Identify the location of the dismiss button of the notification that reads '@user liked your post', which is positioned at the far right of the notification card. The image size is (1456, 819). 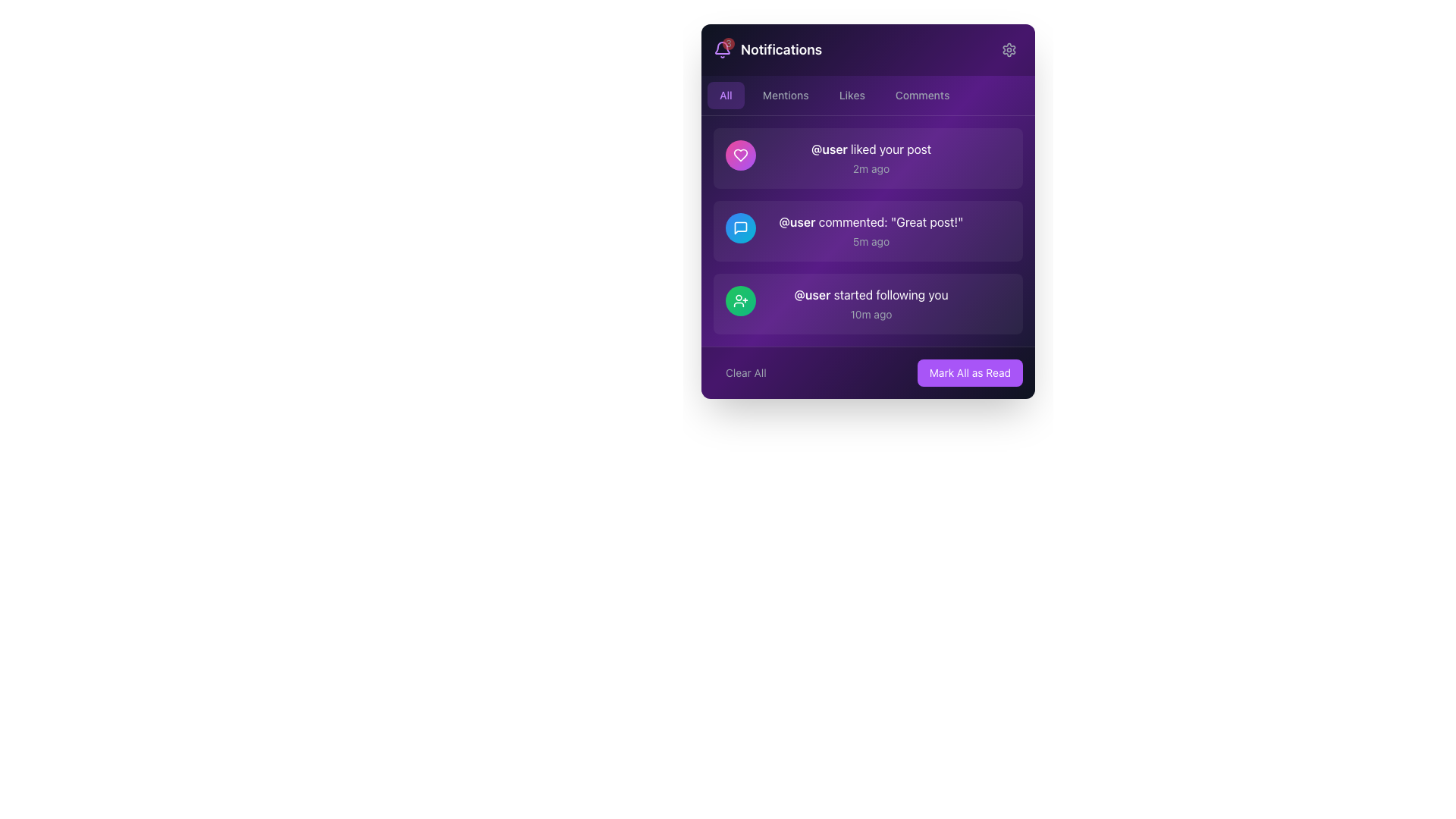
(998, 152).